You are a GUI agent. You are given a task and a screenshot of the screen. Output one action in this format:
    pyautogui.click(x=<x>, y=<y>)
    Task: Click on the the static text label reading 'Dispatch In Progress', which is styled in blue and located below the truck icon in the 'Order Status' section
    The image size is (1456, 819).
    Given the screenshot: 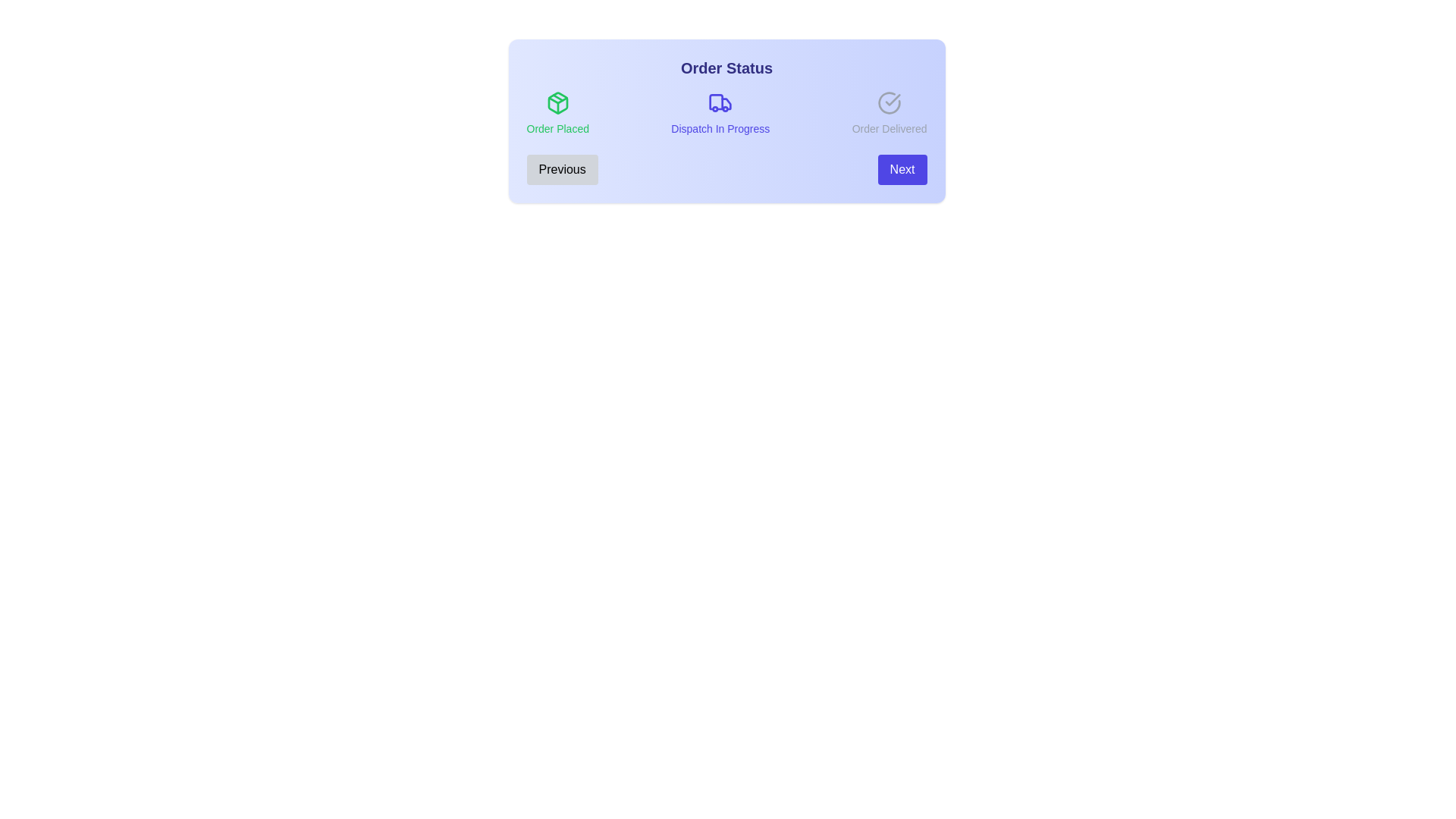 What is the action you would take?
    pyautogui.click(x=720, y=127)
    